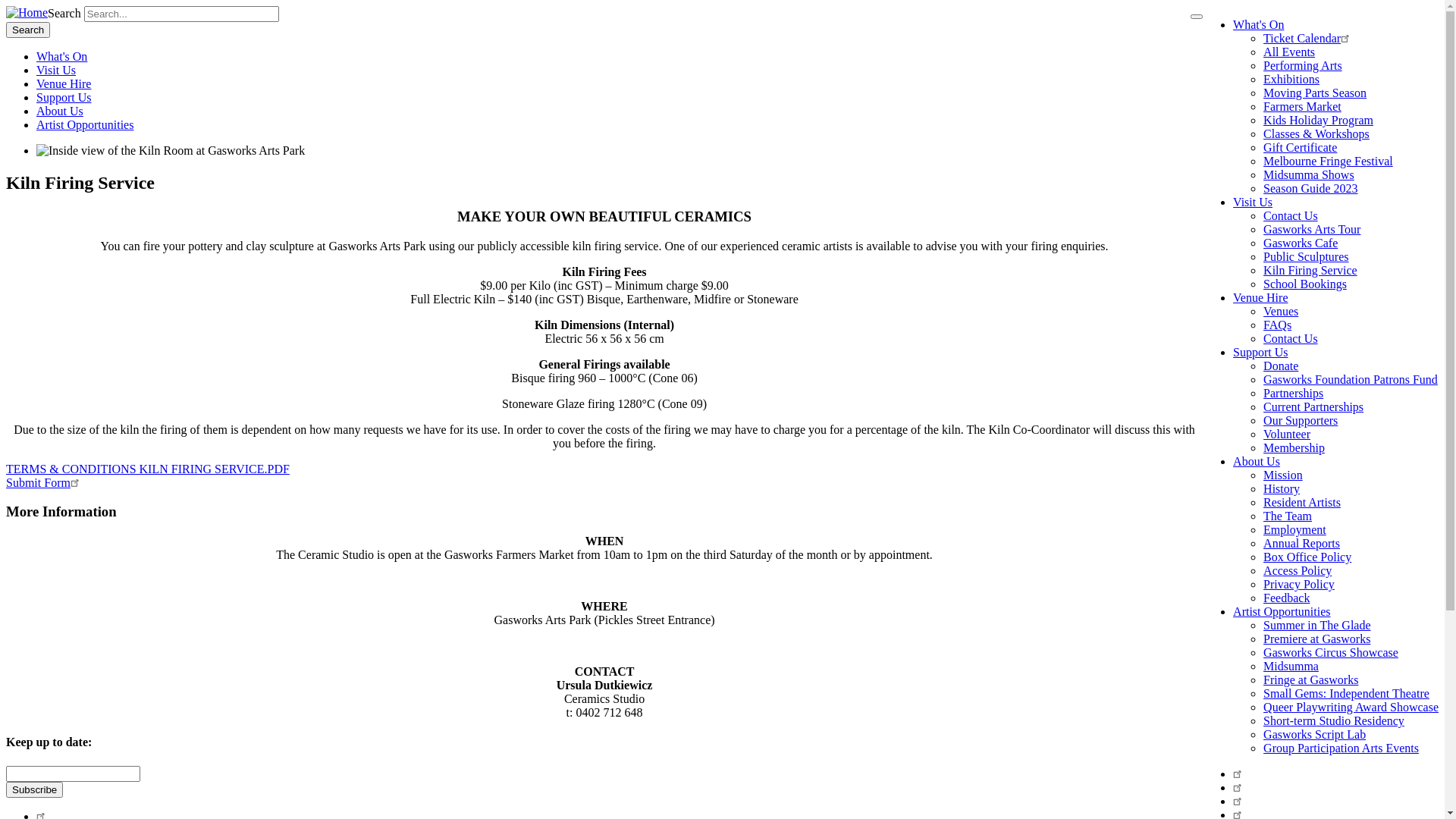 This screenshot has width=1456, height=819. I want to click on 'Artist Opportunities', so click(83, 124).